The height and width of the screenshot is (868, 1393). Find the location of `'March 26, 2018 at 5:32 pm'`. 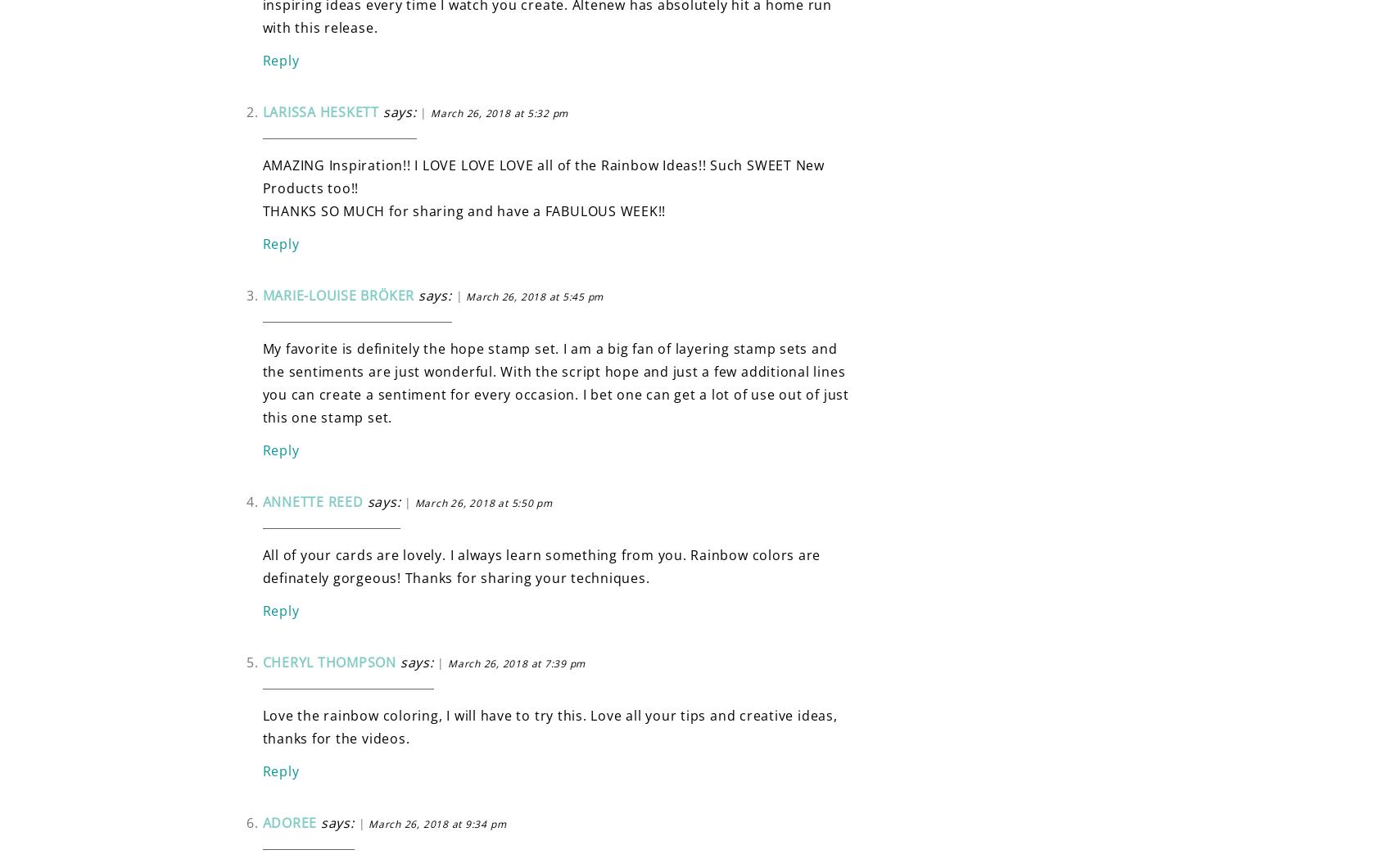

'March 26, 2018 at 5:32 pm' is located at coordinates (498, 111).